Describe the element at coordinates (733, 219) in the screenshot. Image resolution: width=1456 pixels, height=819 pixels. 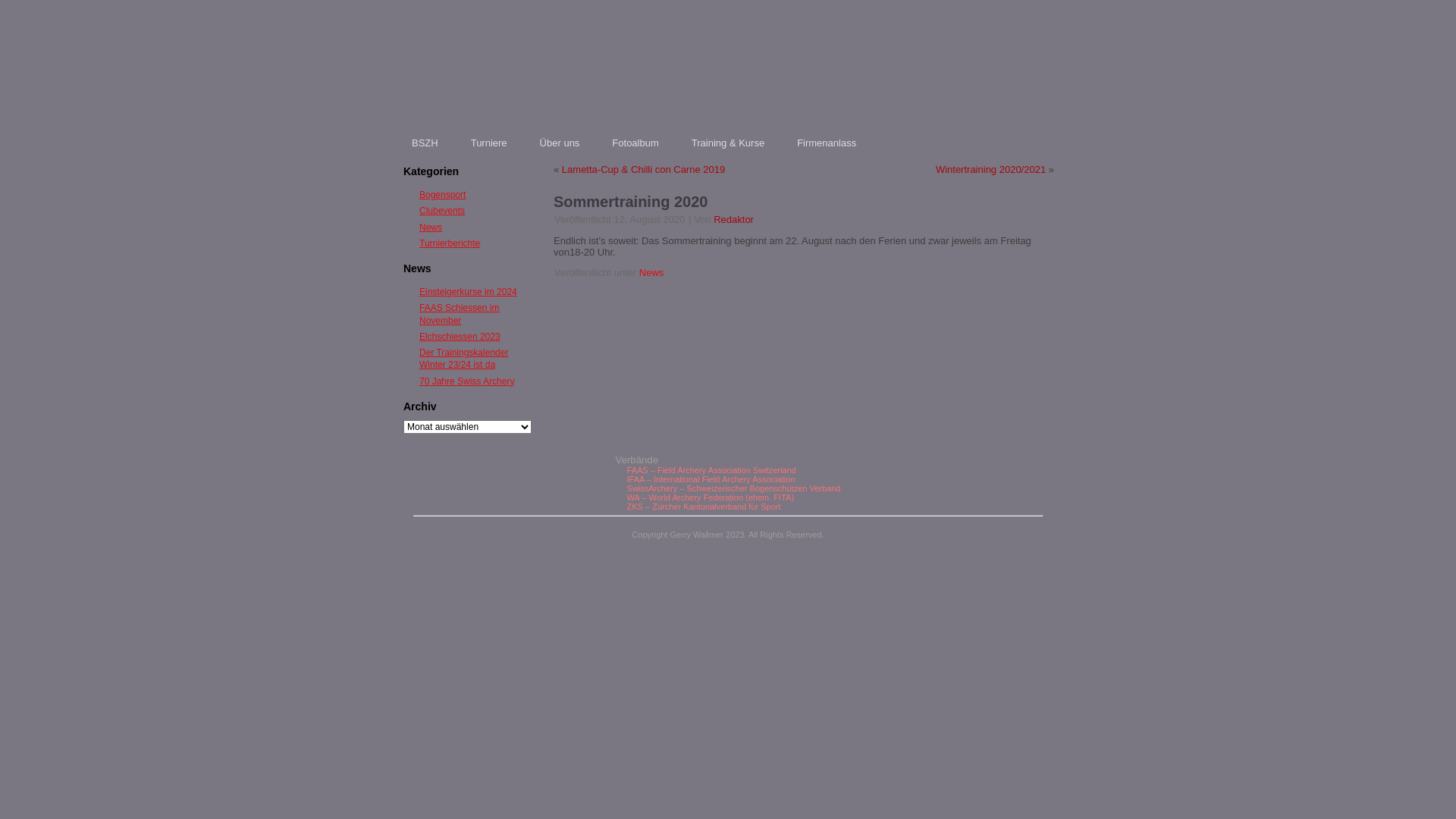
I see `'Redaktor'` at that location.